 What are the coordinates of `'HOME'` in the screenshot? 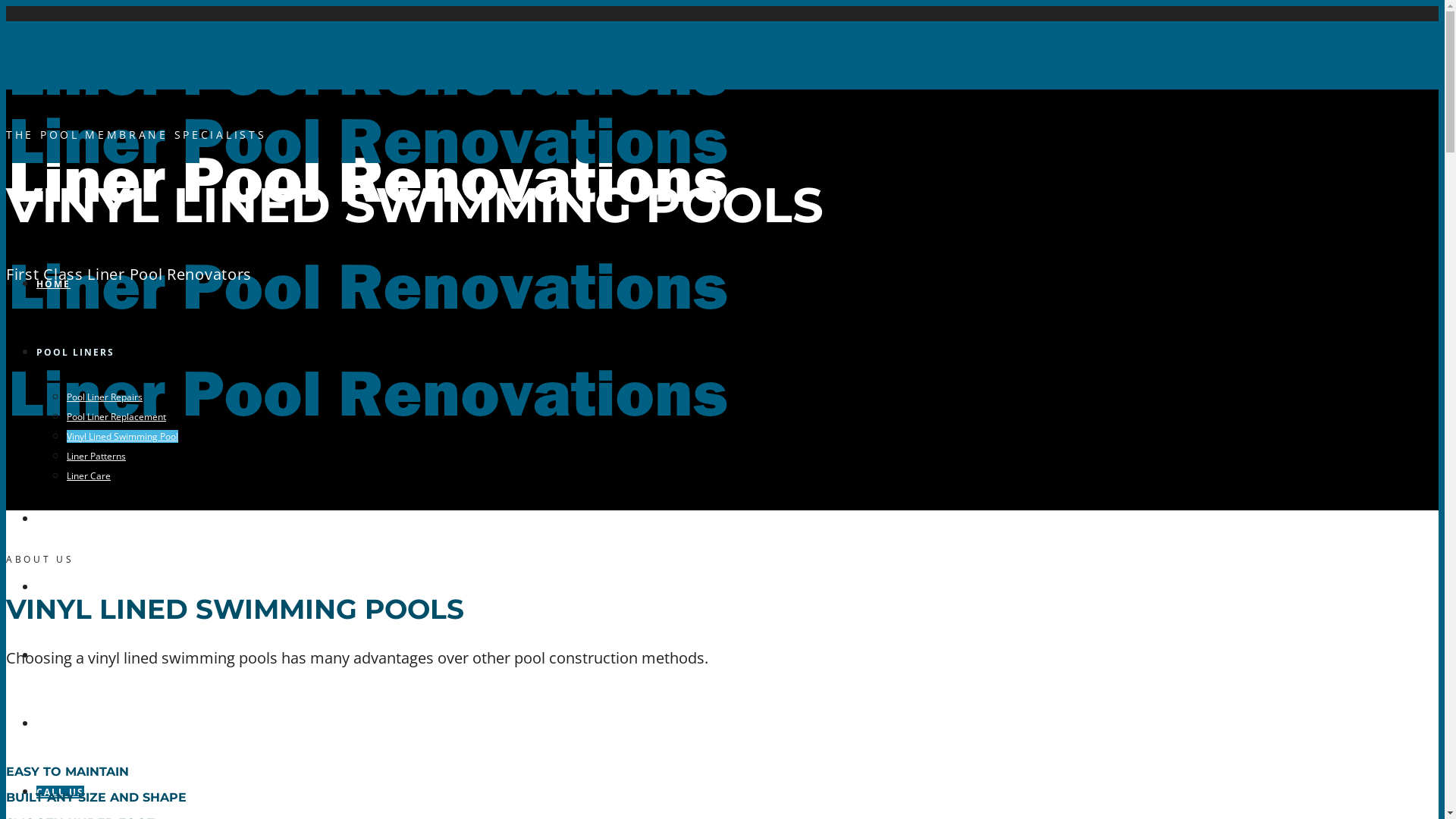 It's located at (53, 284).